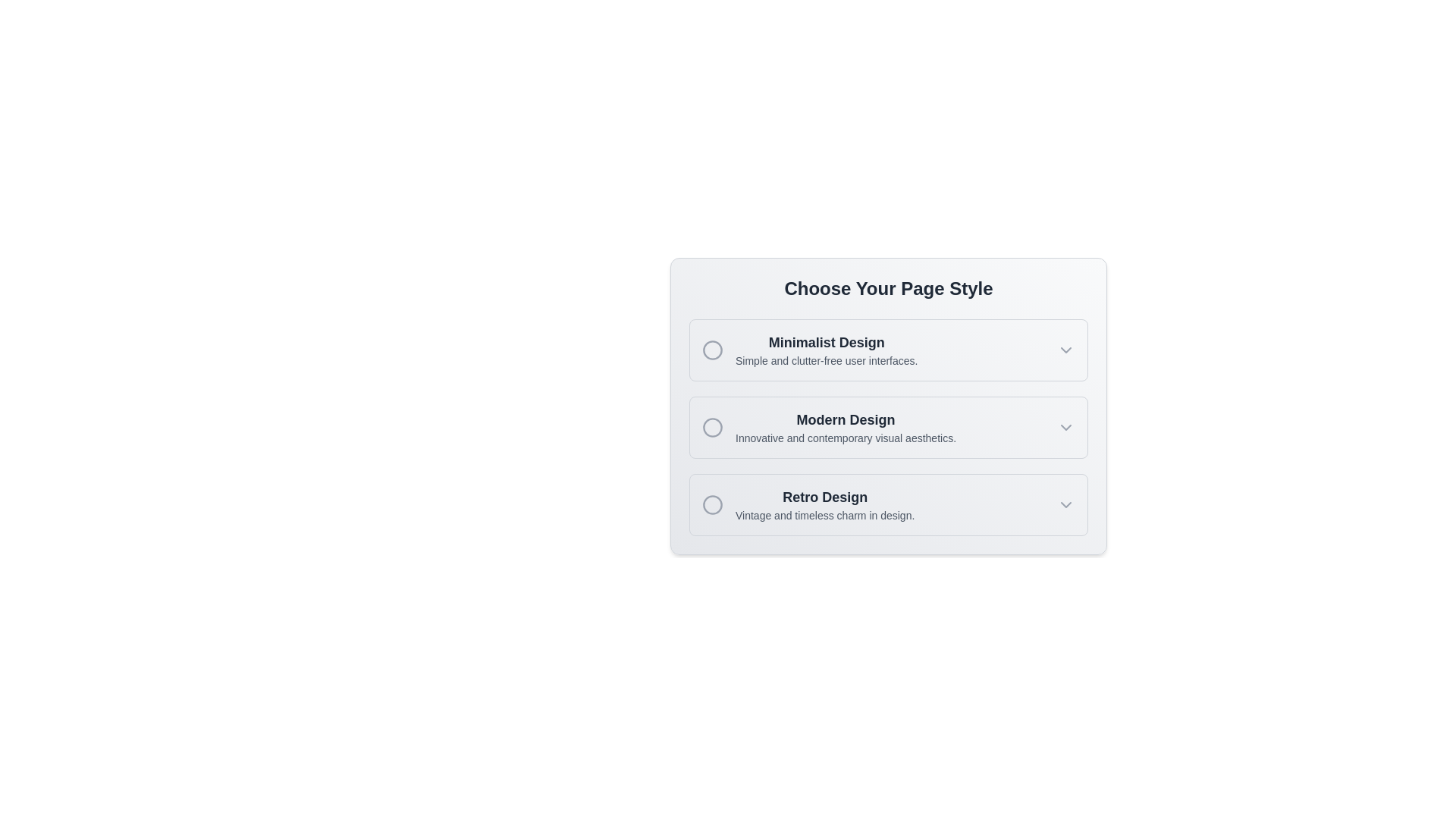 The height and width of the screenshot is (819, 1456). I want to click on the radio button for the 'Retro Design' option in the 'Choose Your Page Style' section to trigger hover effects, so click(712, 505).